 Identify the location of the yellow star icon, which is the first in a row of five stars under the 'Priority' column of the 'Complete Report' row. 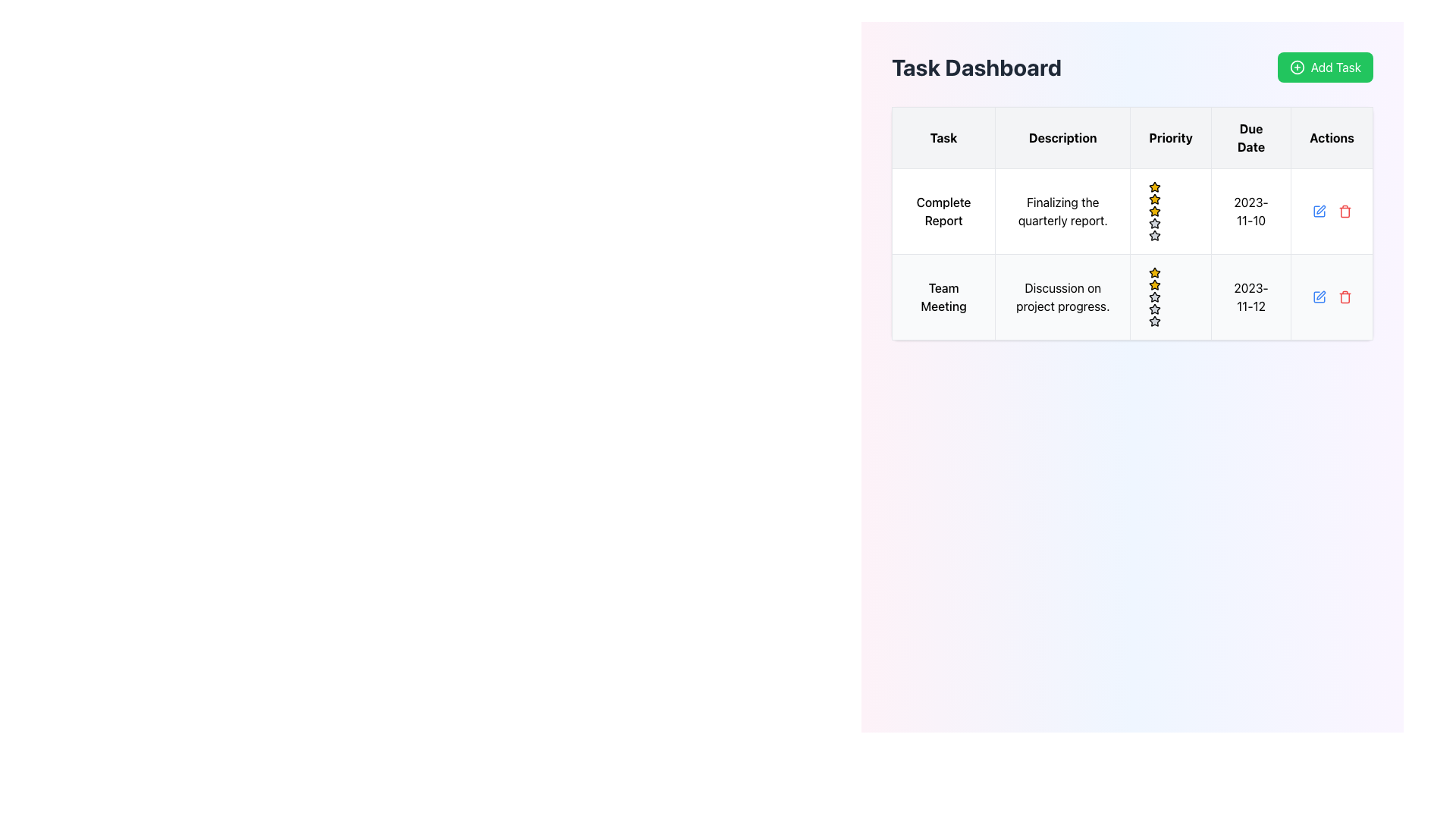
(1154, 198).